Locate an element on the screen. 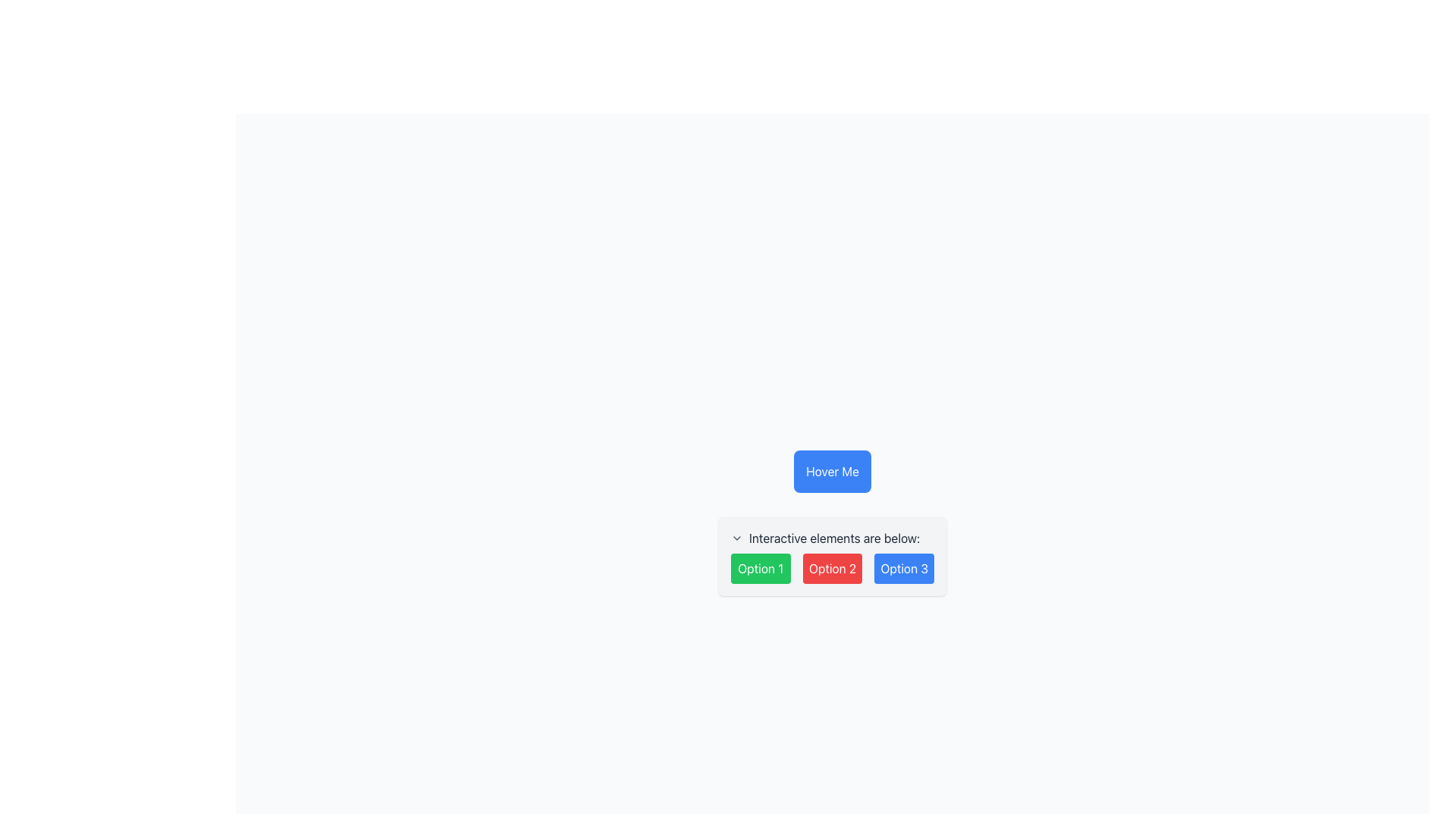  the button-like component with a blue background and the text 'Hover Me', which is centrally aligned and positioned above three buttons labeled 'Option 1', 'Option 2', and 'Option 3' is located at coordinates (832, 470).